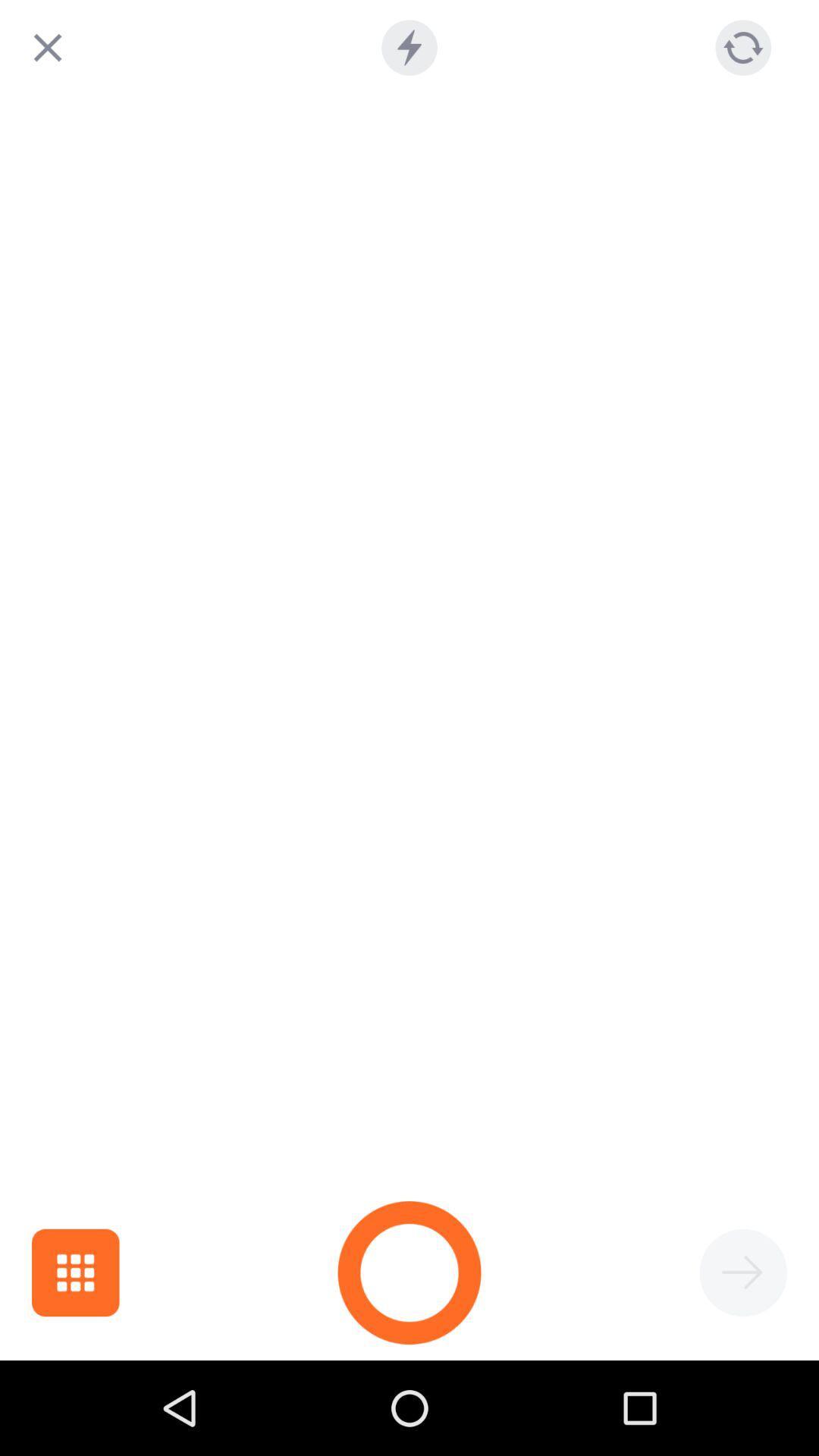 This screenshot has height=1456, width=819. What do you see at coordinates (742, 1272) in the screenshot?
I see `press active page button` at bounding box center [742, 1272].